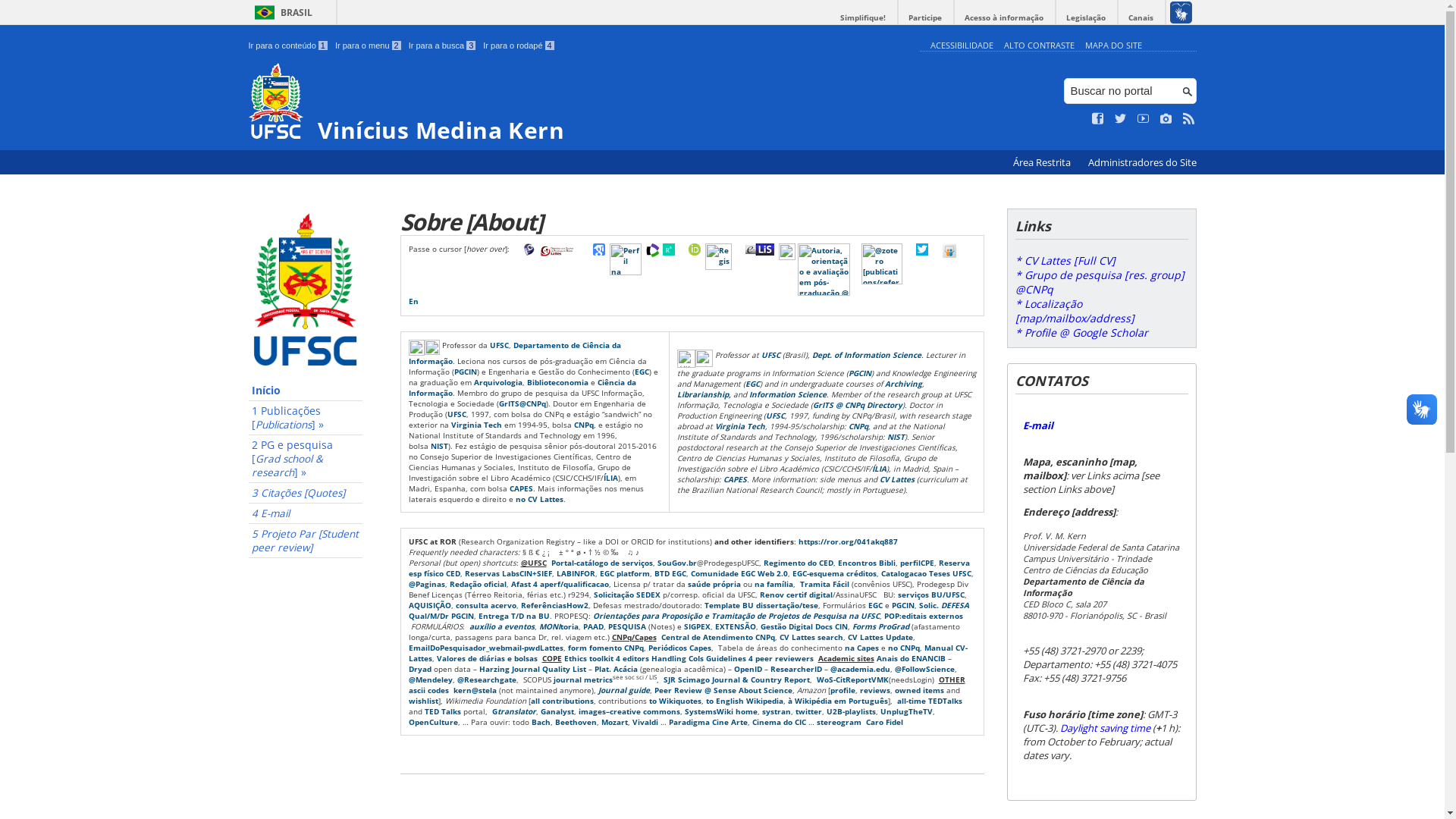  I want to click on 'systran', so click(775, 711).